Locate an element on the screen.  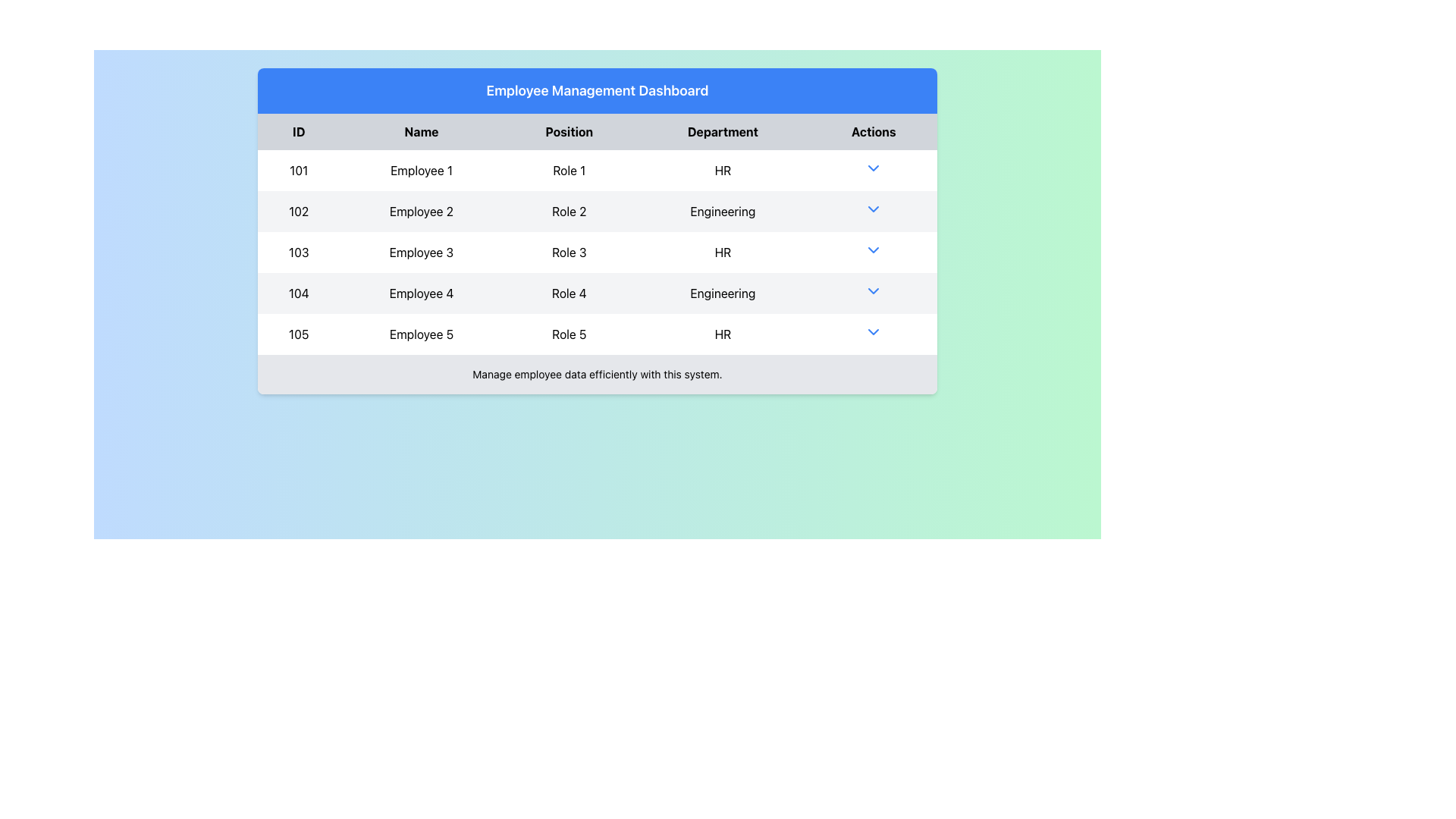
text from the Textual Table Cell displaying 'Employee 5' located in the second column under the header 'Name' in row ID '105' is located at coordinates (422, 333).